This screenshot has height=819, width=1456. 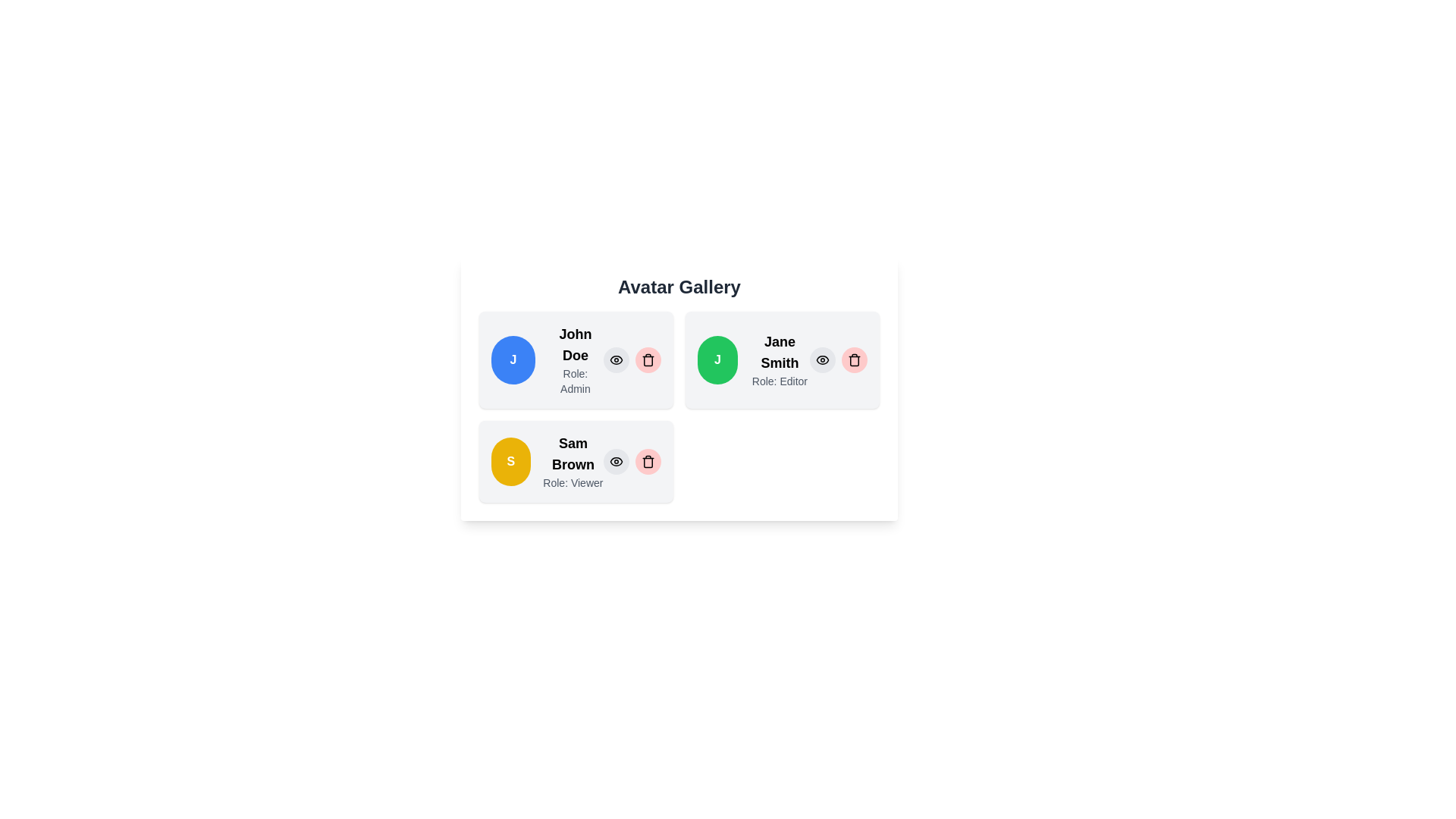 I want to click on the green circular avatar with the white uppercase letter 'J' that is located to the left of the text 'Jane Smith' and above the role description 'Role: Editor', so click(x=717, y=359).